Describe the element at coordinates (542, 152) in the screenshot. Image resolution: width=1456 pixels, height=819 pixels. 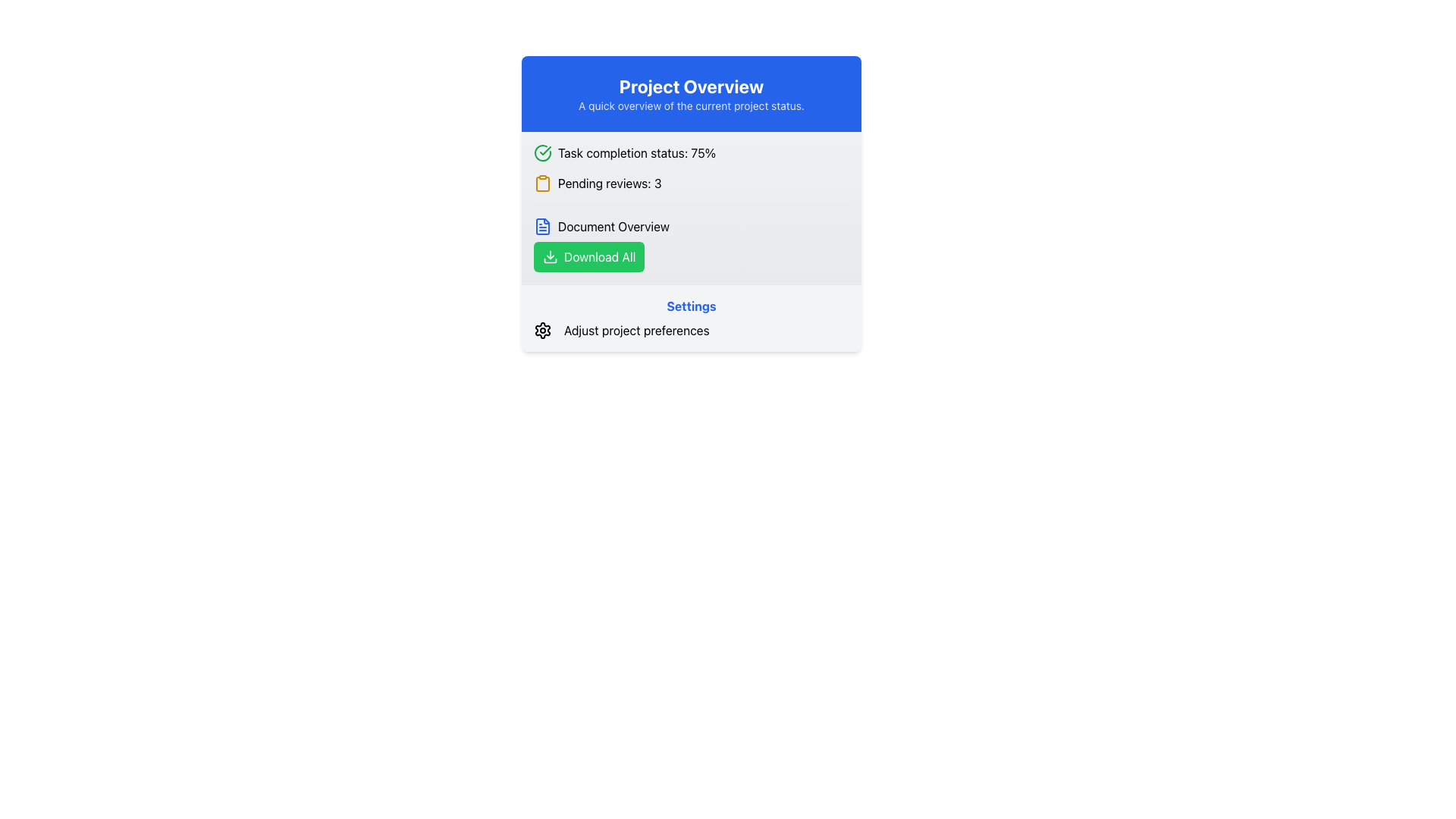
I see `the round green icon with a check mark inside it, located to the left of the 'Task completion status: 75%' text in the project overview panel` at that location.